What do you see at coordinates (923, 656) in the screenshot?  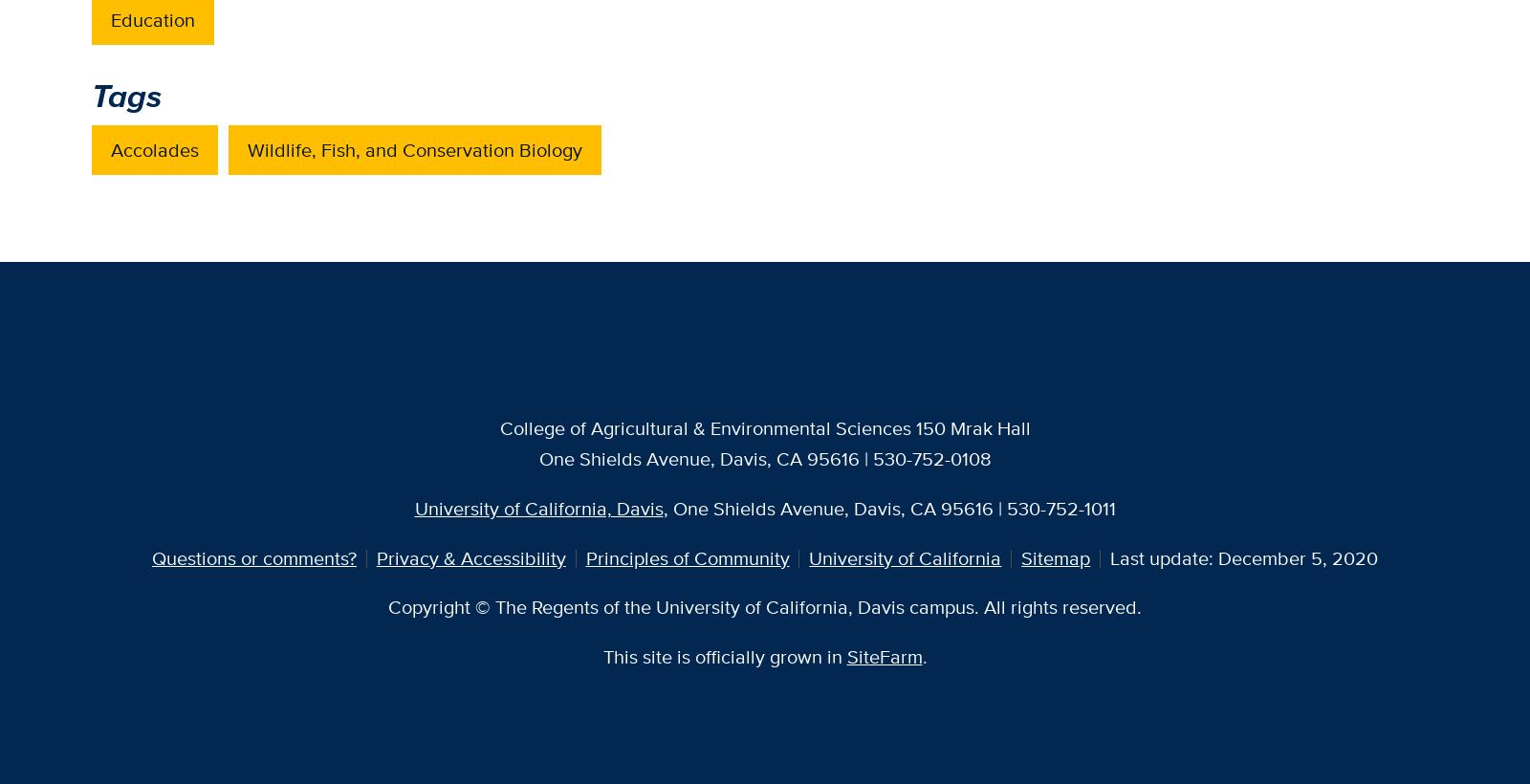 I see `'.'` at bounding box center [923, 656].